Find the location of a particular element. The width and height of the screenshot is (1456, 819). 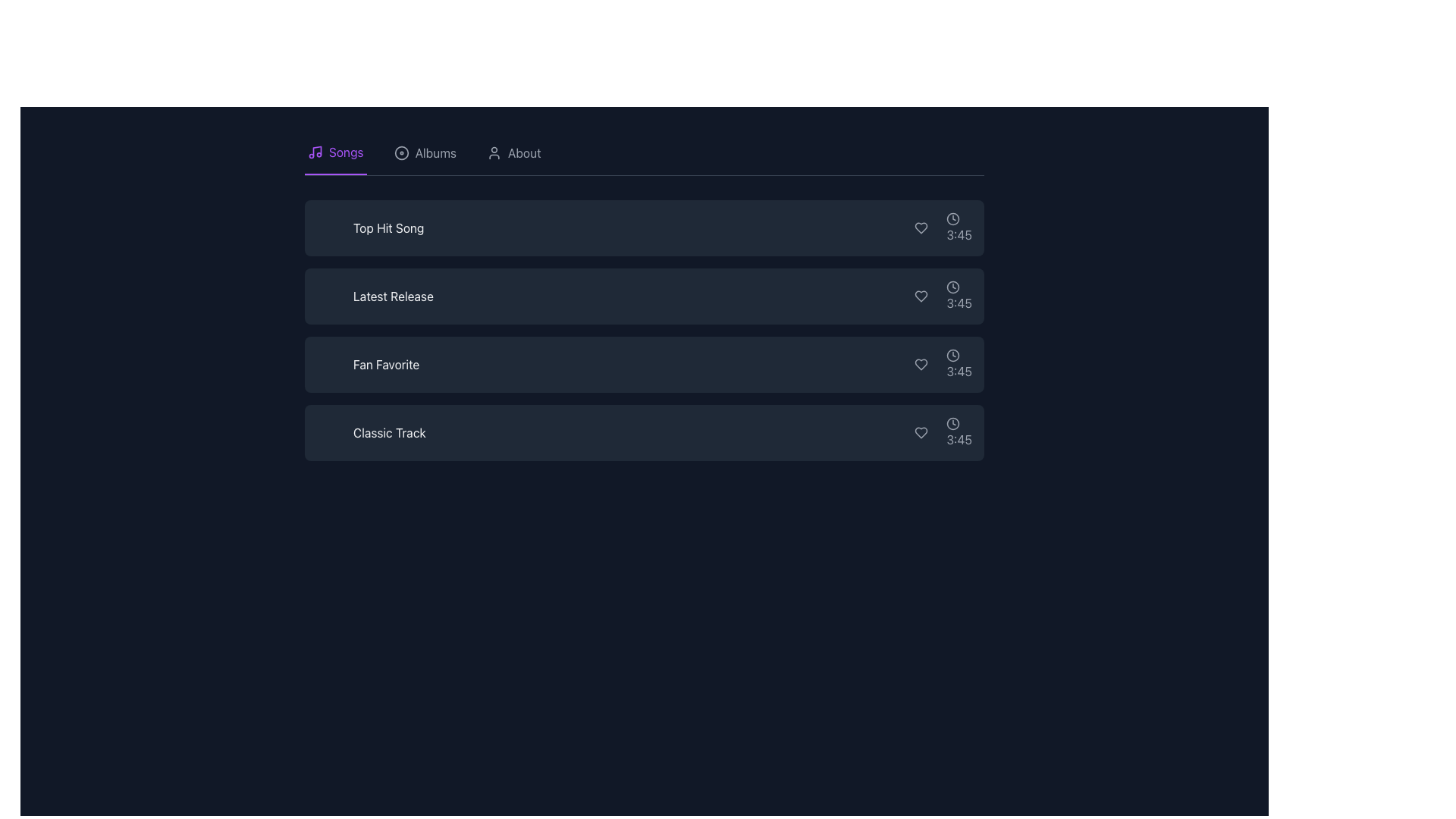

the small purple music icon located in the top left corner of the interface, adjacent to the 'Songs' label in the navigation menu is located at coordinates (315, 152).